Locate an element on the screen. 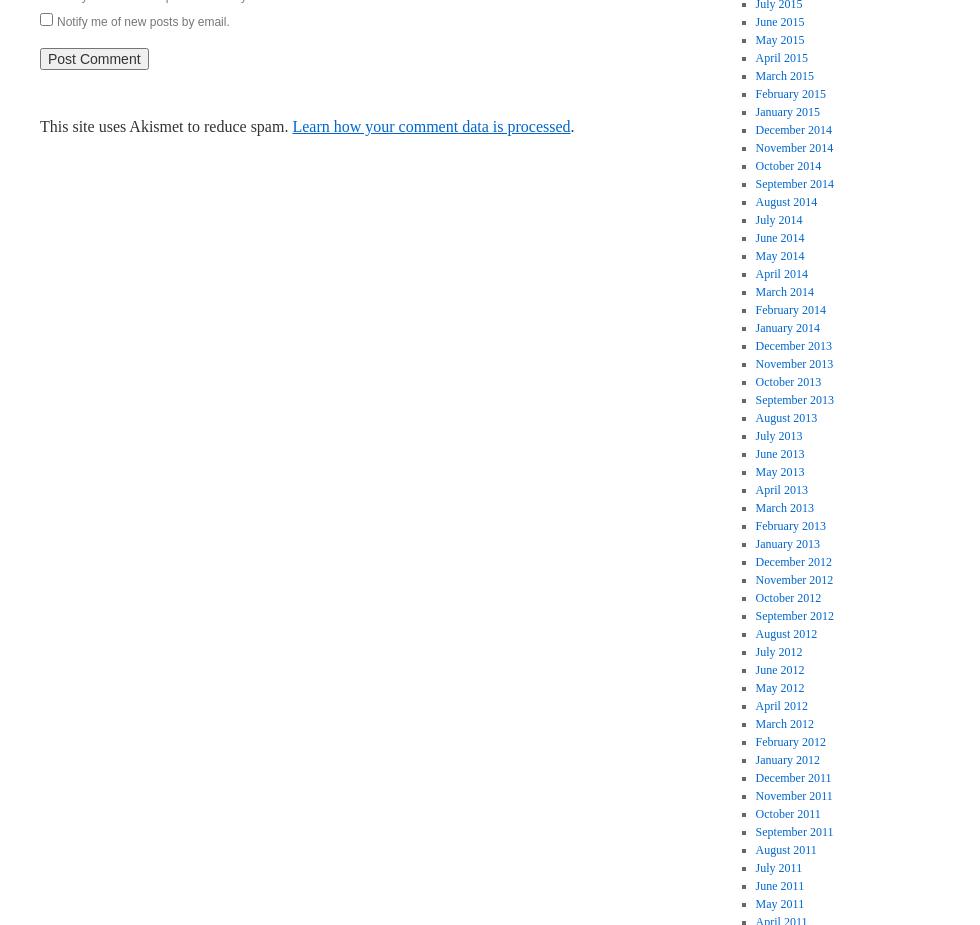  'December 2013' is located at coordinates (793, 345).